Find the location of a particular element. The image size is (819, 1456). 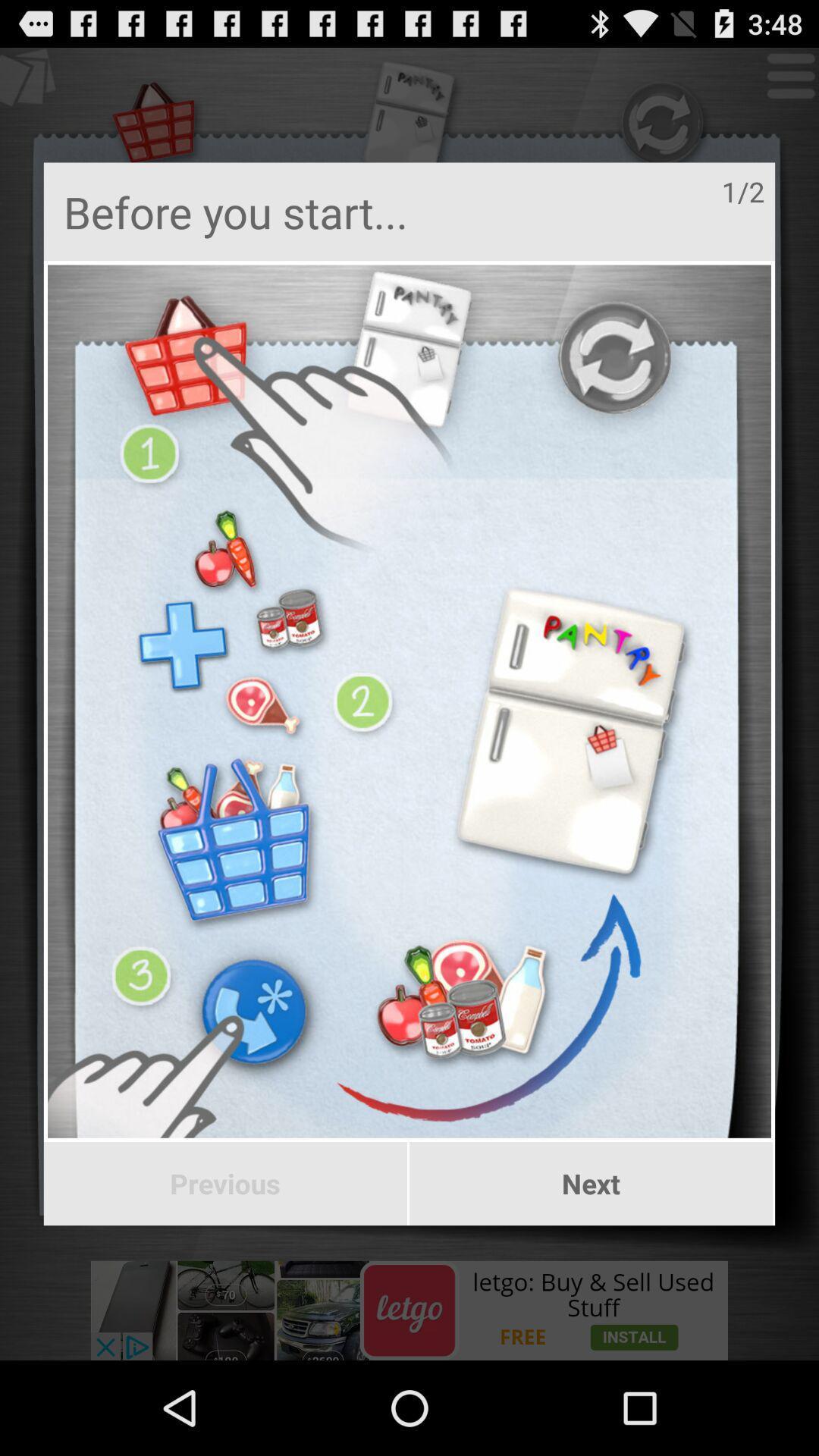

the button next to previous is located at coordinates (590, 1183).